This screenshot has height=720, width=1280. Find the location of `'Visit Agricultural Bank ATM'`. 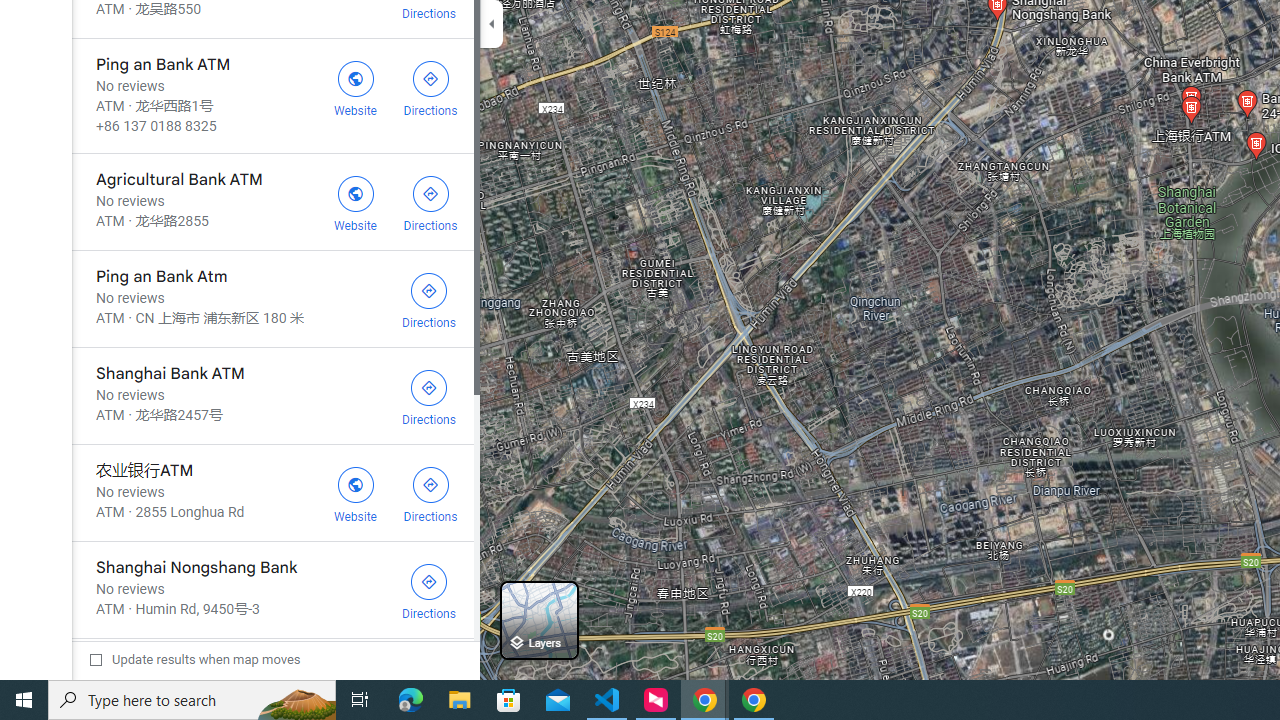

'Visit Agricultural Bank ATM' is located at coordinates (355, 201).